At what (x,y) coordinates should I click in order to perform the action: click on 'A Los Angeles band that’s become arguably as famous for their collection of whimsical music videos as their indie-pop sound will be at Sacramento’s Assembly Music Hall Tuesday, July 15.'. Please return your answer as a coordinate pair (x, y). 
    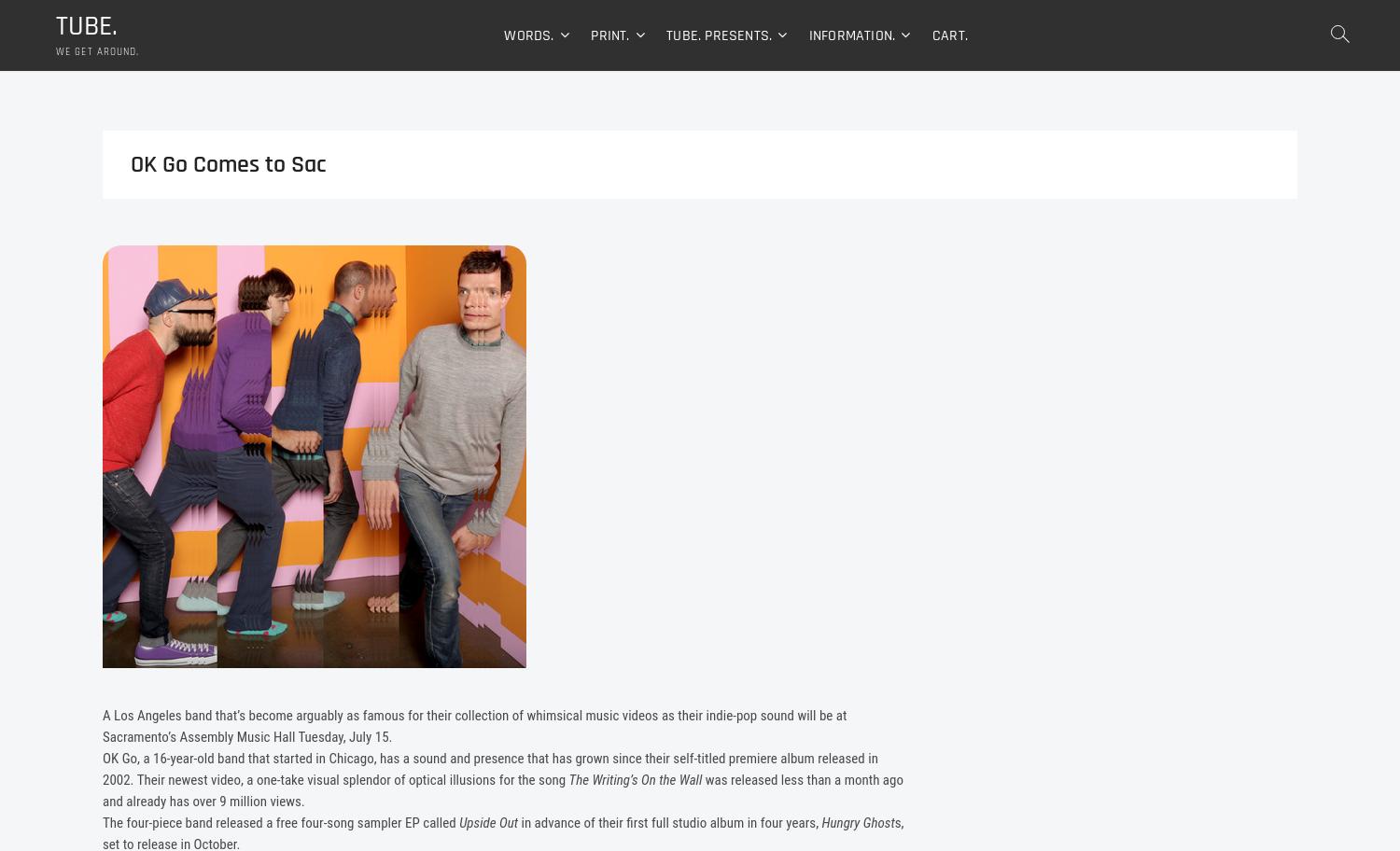
    Looking at the image, I should click on (474, 728).